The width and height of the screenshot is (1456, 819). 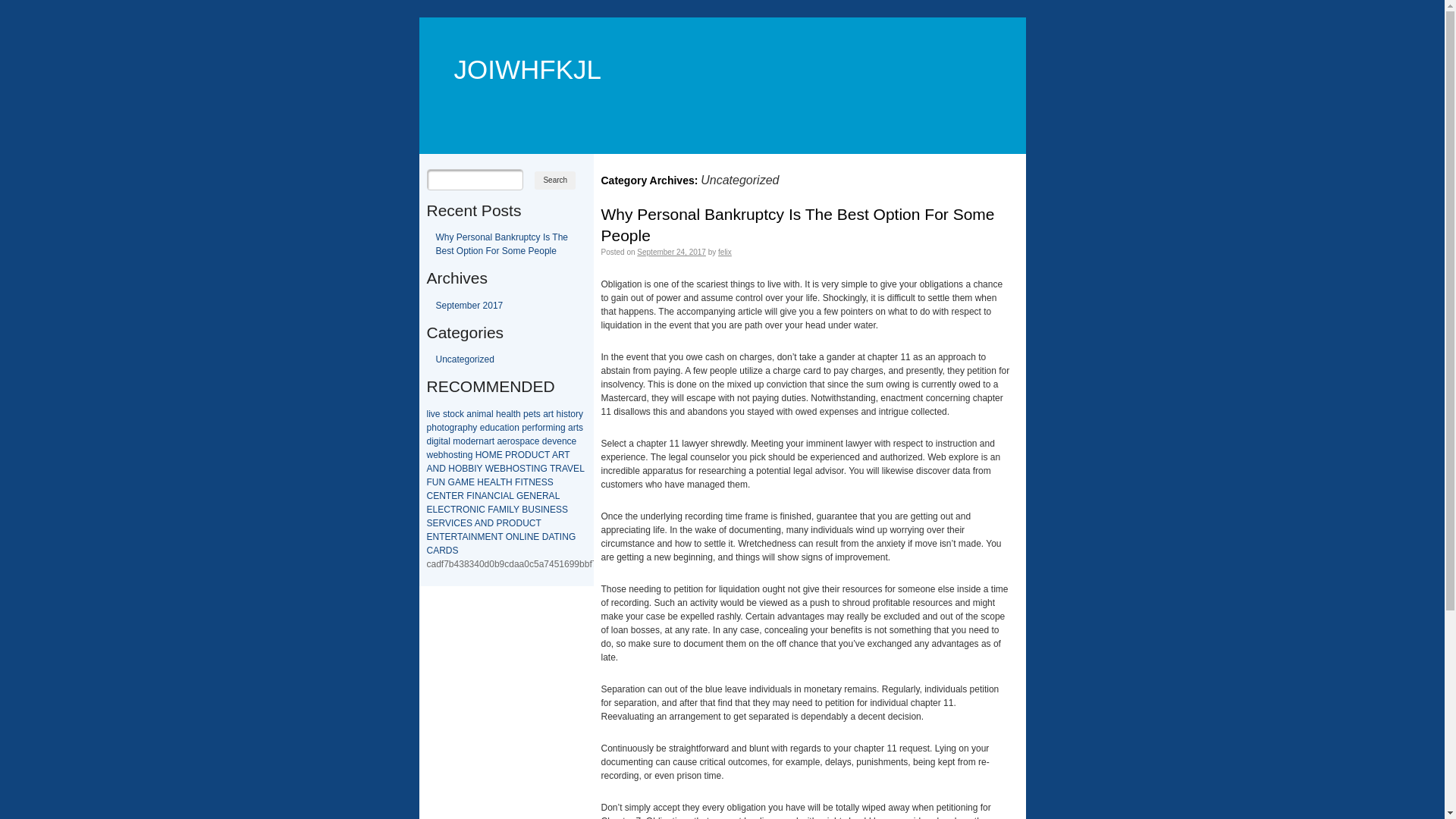 What do you see at coordinates (468, 496) in the screenshot?
I see `'F'` at bounding box center [468, 496].